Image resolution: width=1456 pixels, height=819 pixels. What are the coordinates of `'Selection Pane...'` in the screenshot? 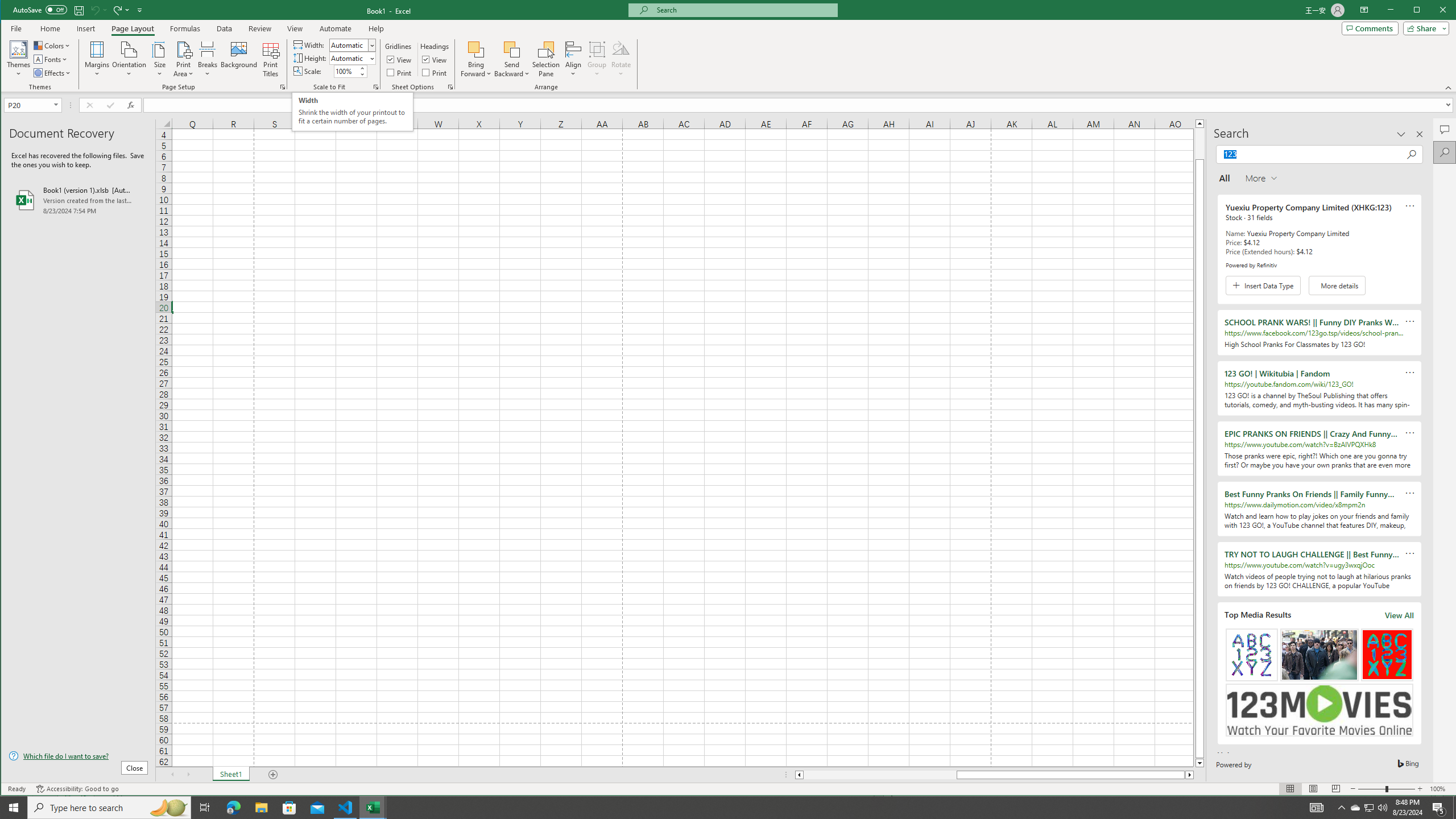 It's located at (547, 59).